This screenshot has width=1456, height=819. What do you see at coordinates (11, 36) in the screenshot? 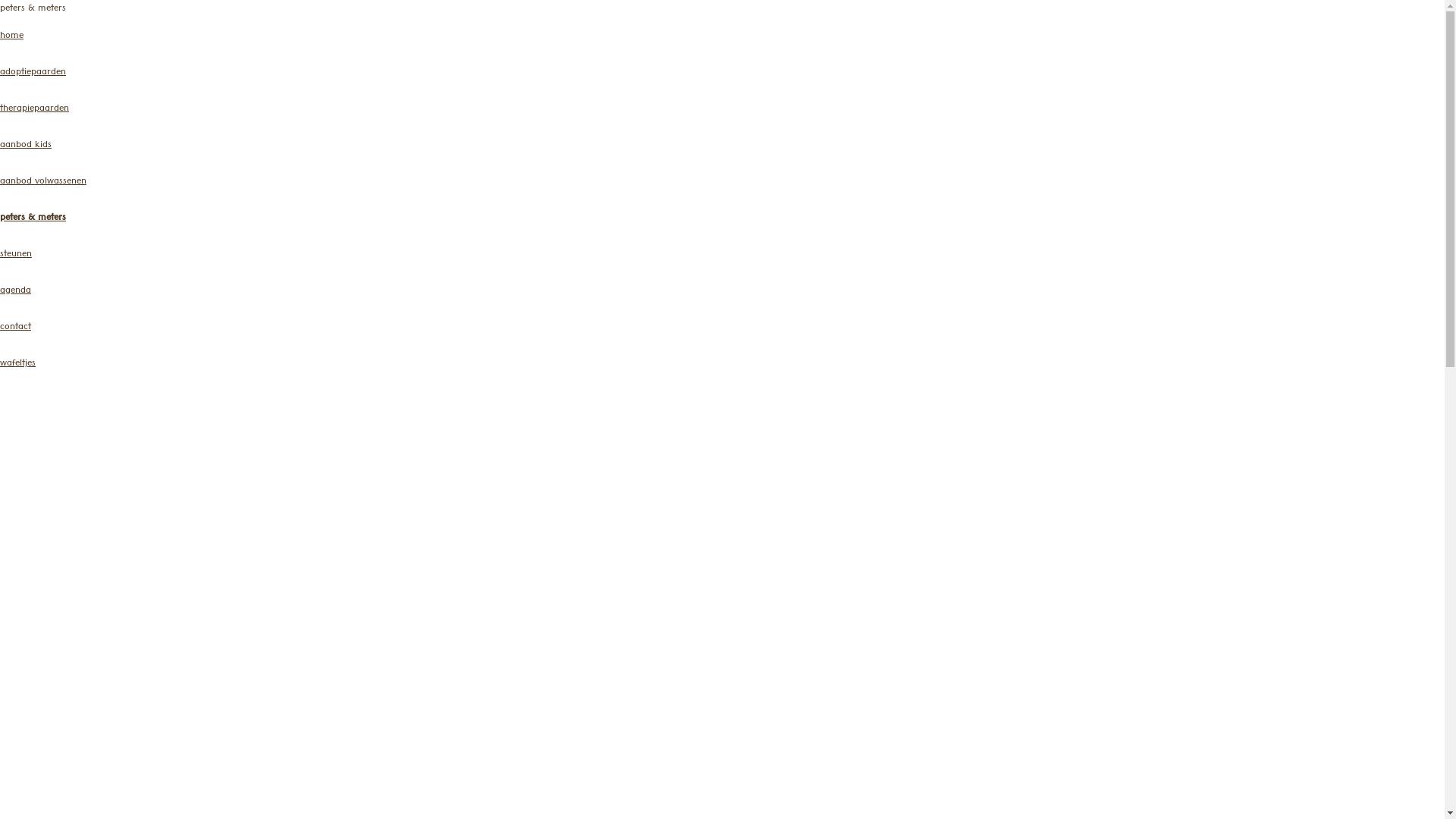
I see `'home'` at bounding box center [11, 36].